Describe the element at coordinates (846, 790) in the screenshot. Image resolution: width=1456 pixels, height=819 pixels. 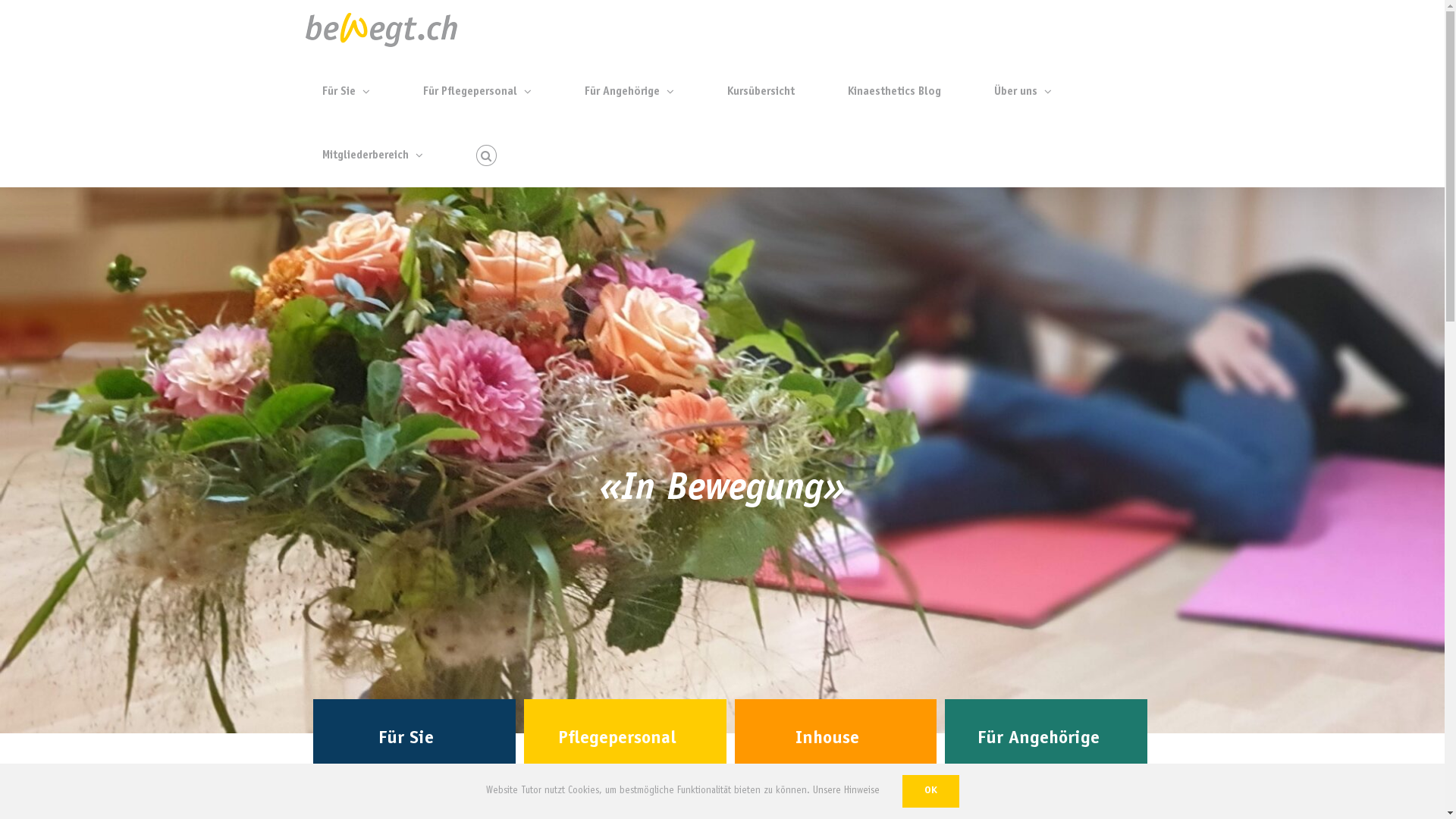
I see `'Unsere Hinweise'` at that location.